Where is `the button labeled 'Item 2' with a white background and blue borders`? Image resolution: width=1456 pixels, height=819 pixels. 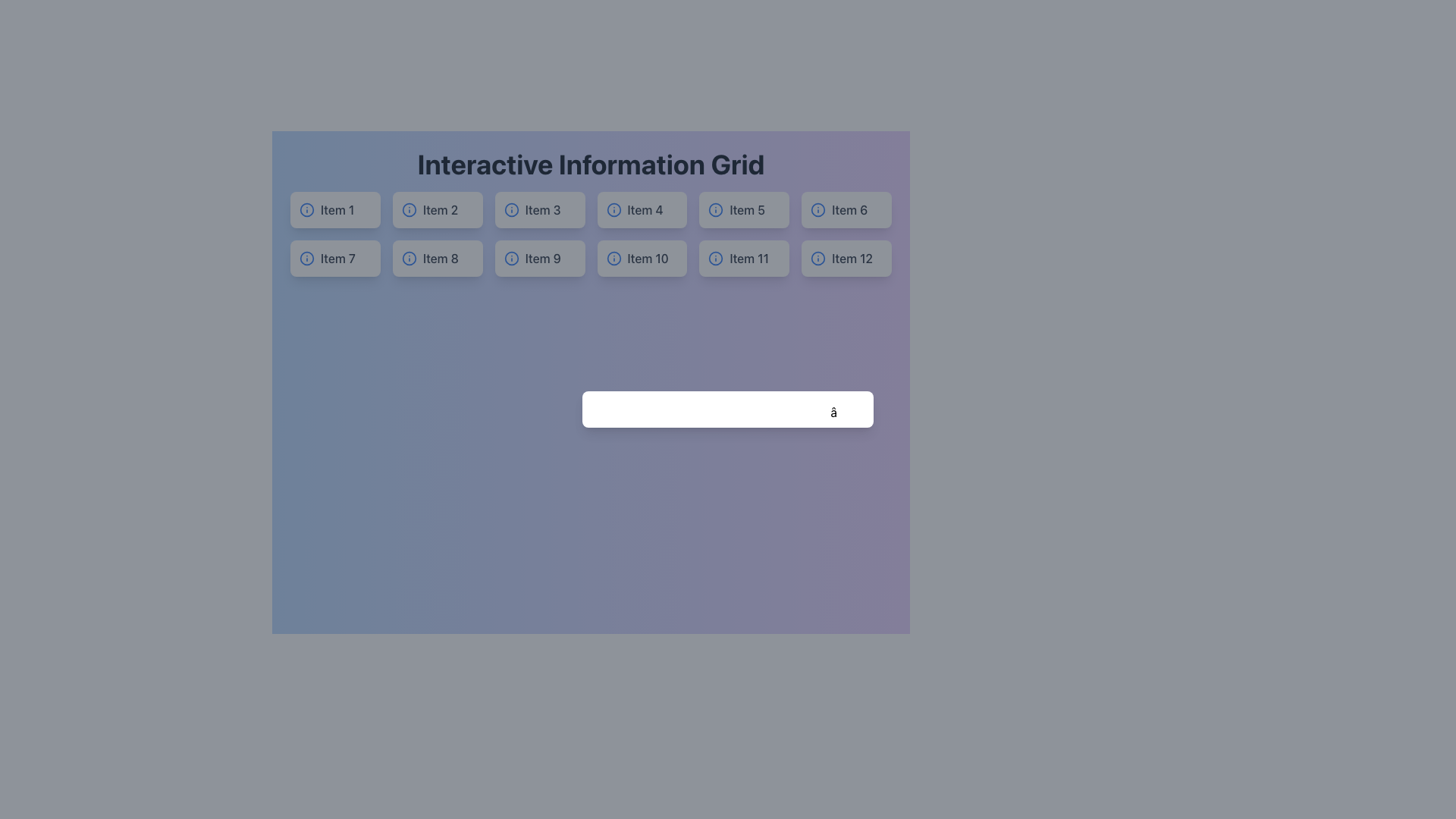
the button labeled 'Item 2' with a white background and blue borders is located at coordinates (437, 210).